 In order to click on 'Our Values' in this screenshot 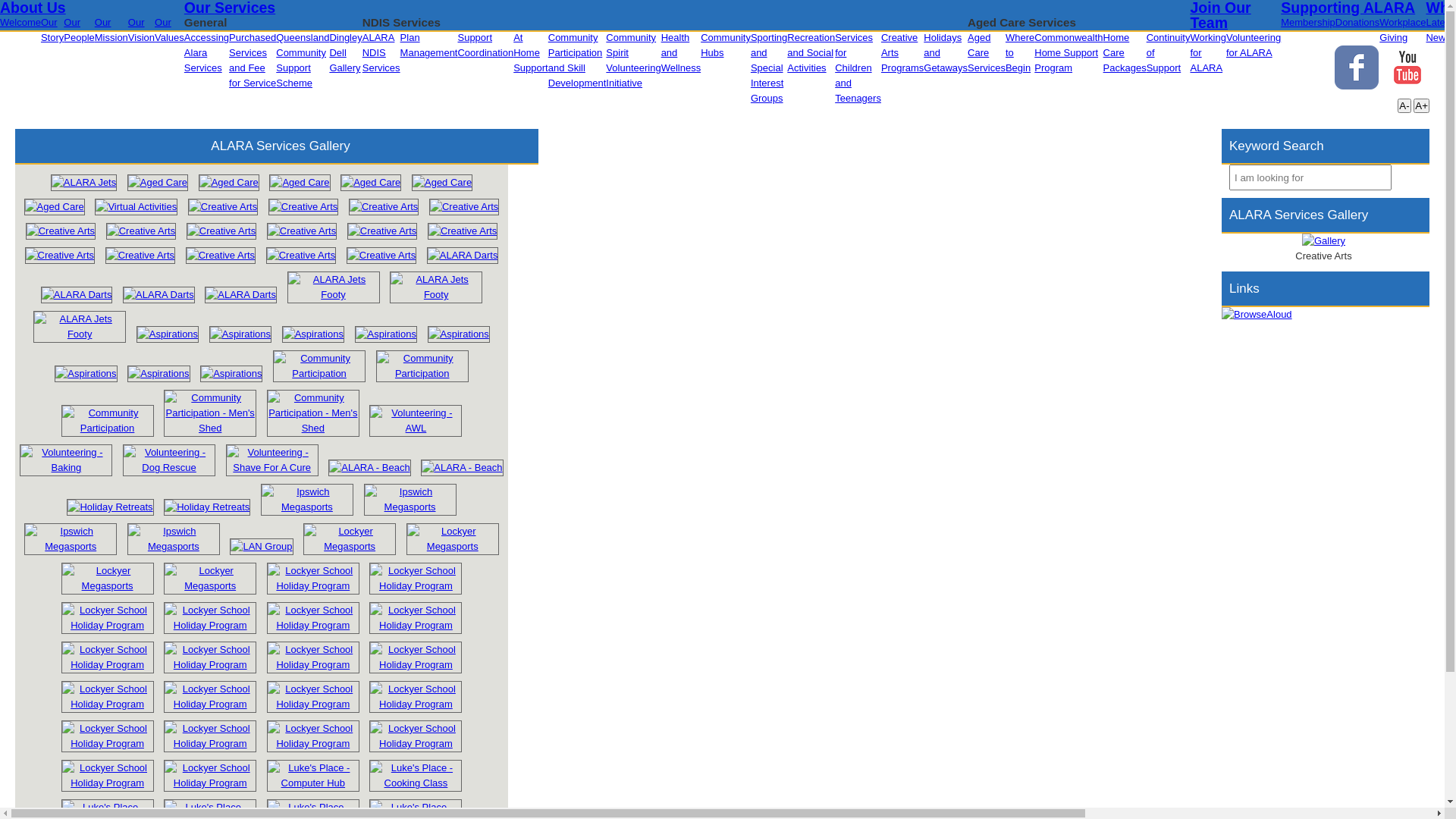, I will do `click(169, 30)`.